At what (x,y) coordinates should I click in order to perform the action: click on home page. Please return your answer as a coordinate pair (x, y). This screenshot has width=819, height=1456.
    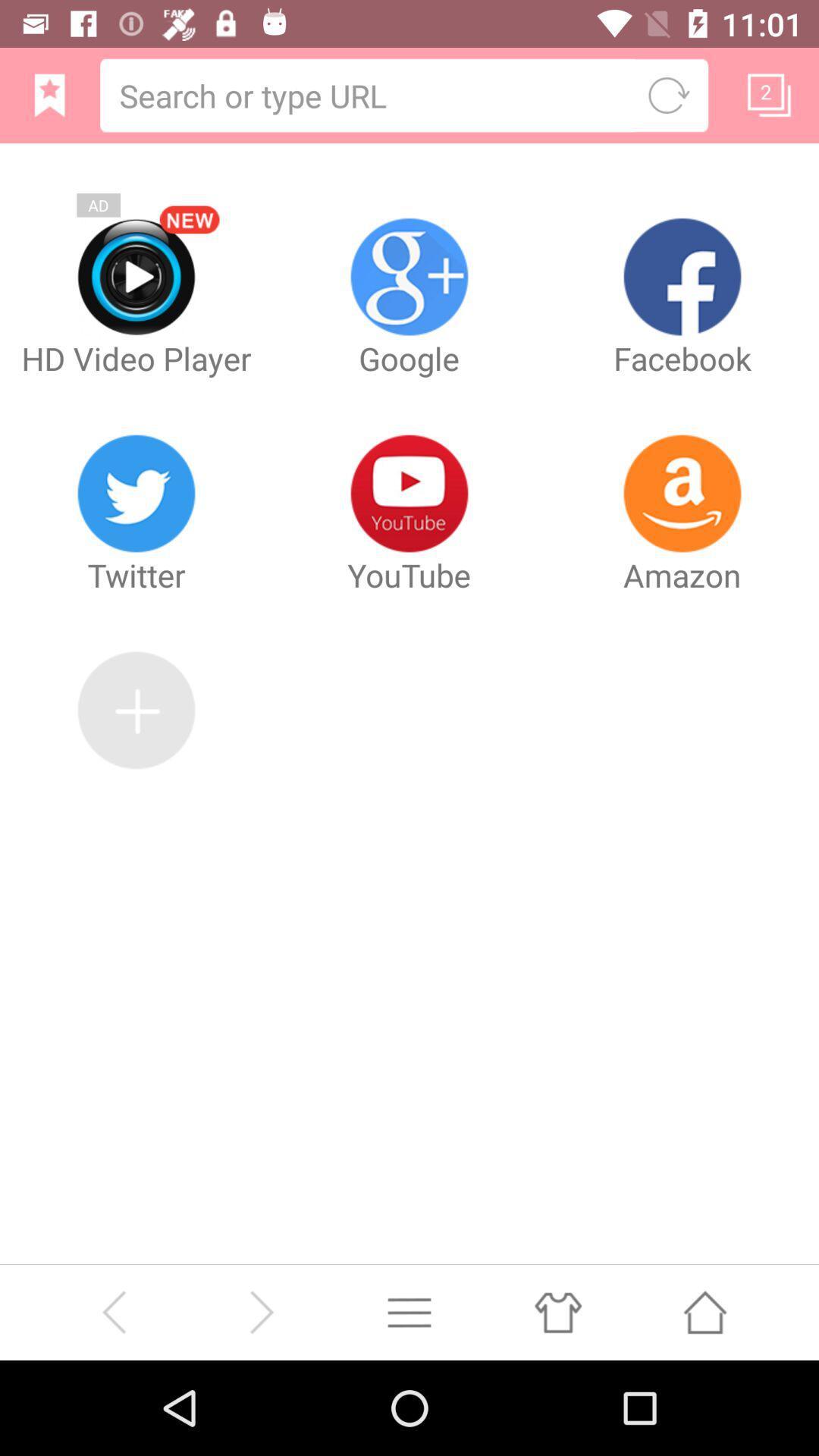
    Looking at the image, I should click on (49, 94).